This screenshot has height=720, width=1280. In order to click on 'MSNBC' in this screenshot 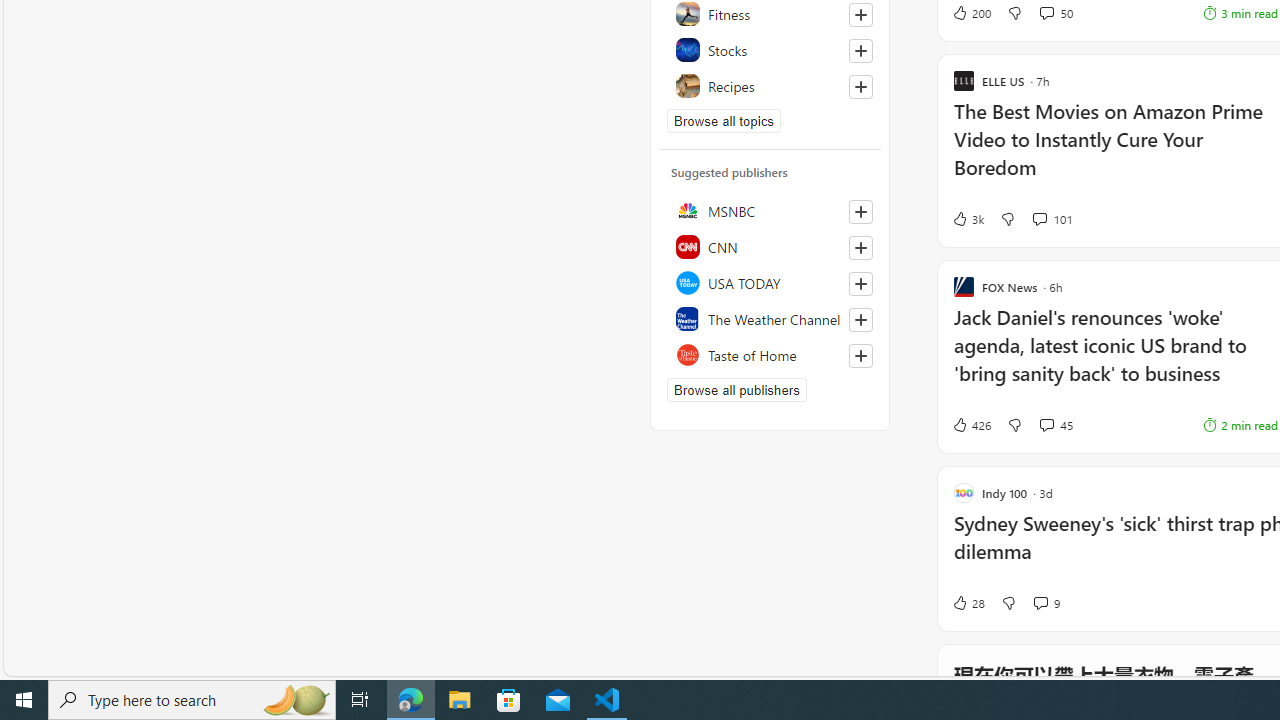, I will do `click(769, 210)`.